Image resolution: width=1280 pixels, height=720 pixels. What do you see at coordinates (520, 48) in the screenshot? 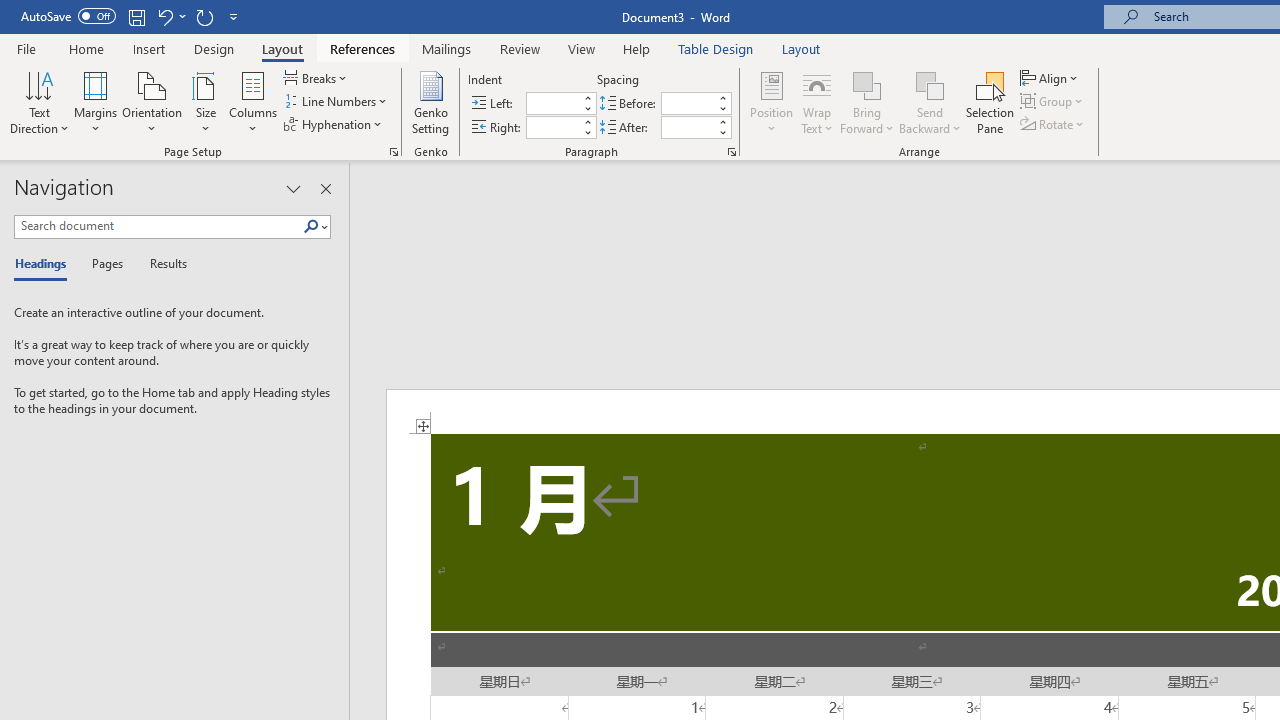
I see `'Review'` at bounding box center [520, 48].